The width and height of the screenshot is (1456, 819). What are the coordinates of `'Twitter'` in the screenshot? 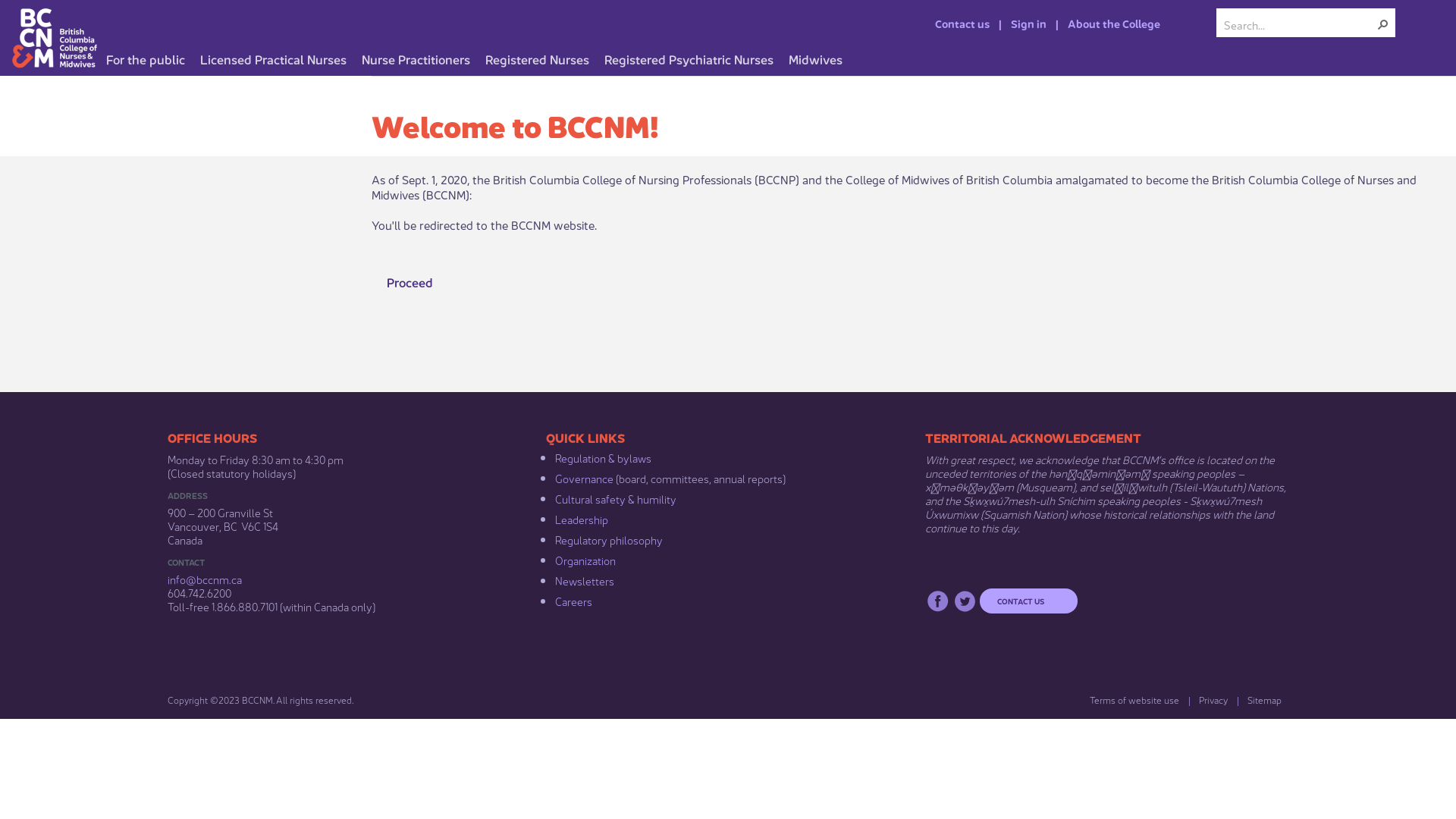 It's located at (964, 600).